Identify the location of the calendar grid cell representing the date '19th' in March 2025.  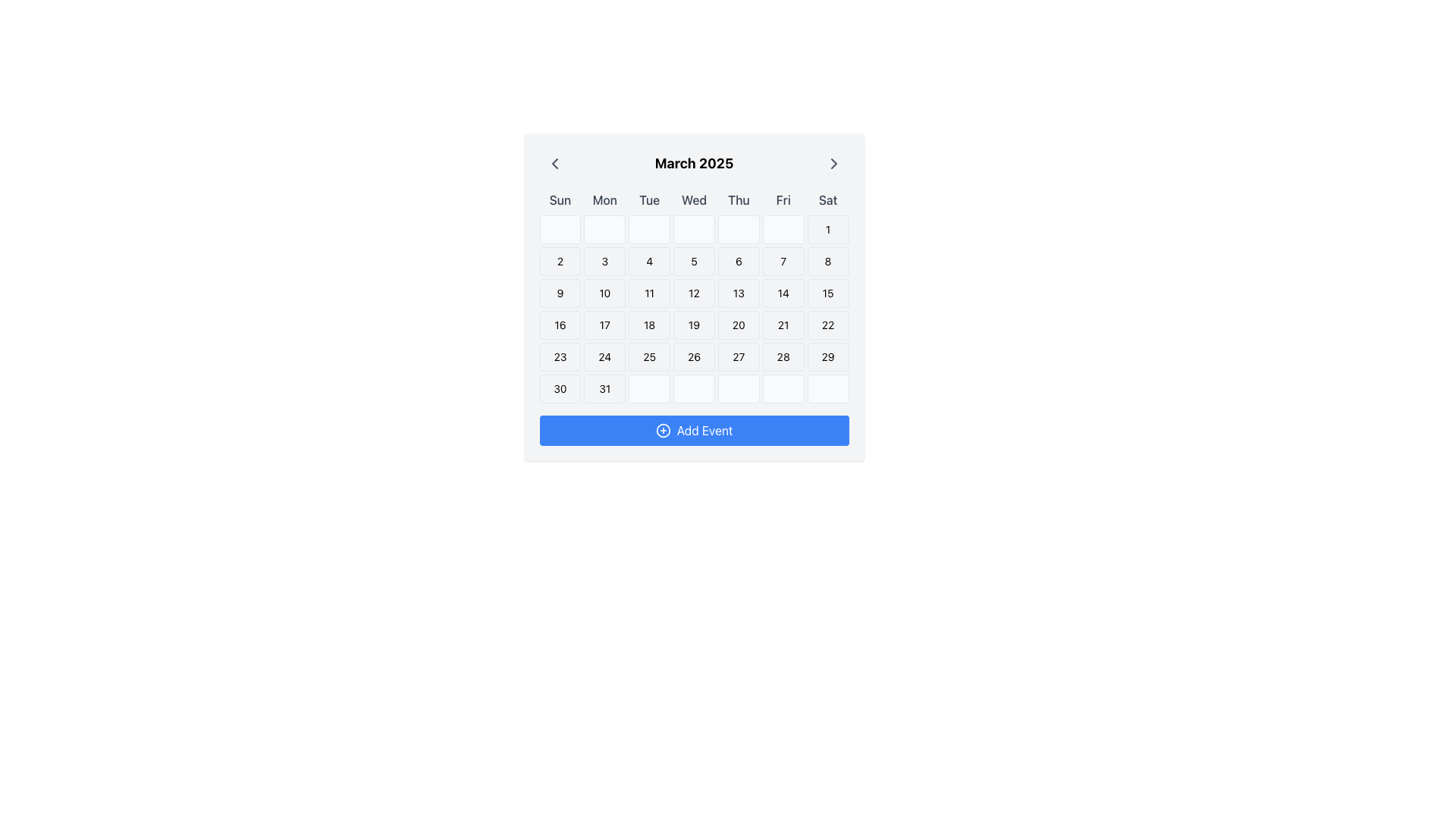
(693, 324).